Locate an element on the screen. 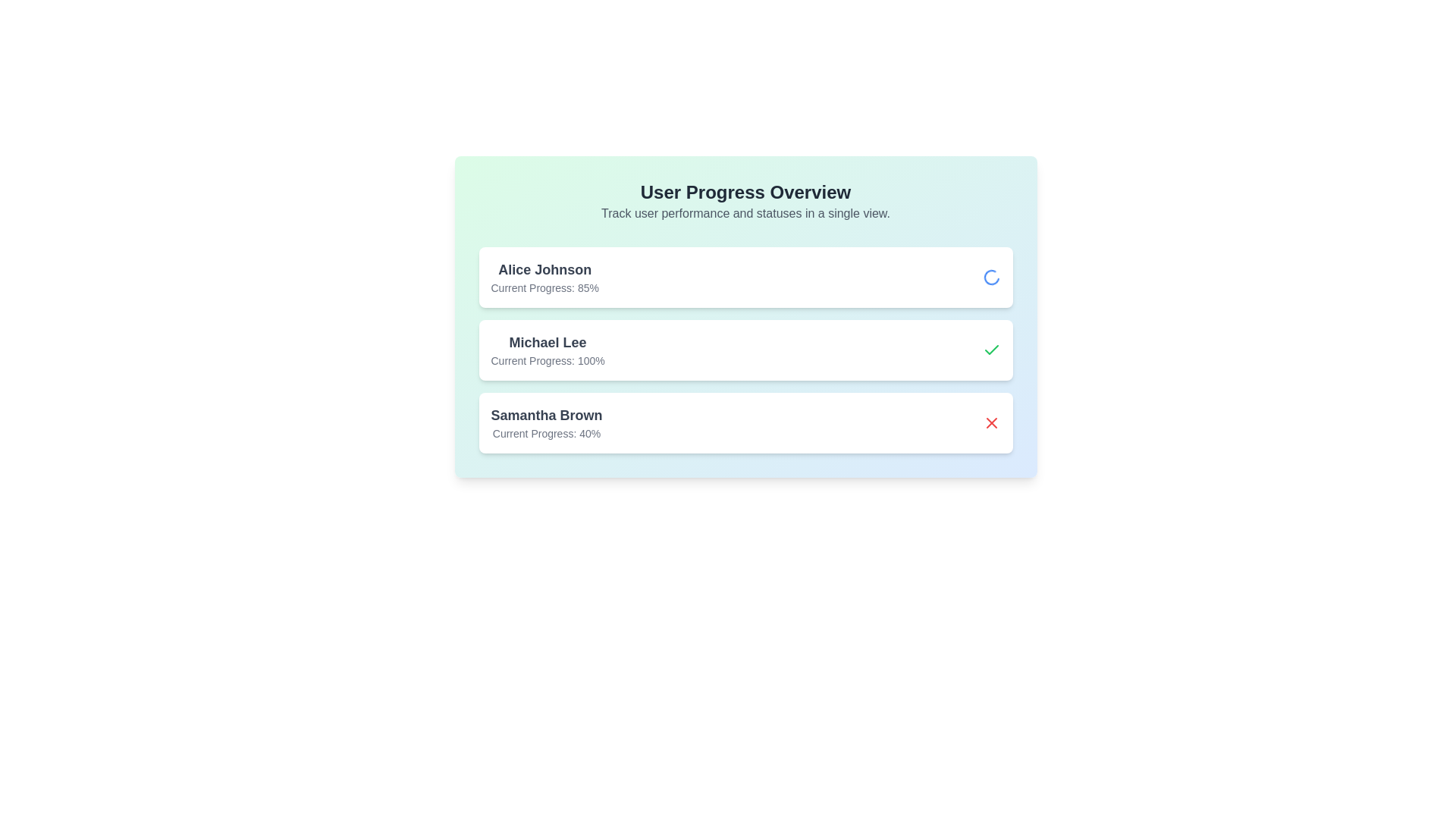 The image size is (1456, 819). descriptive subheading for the page or section located immediately below the title 'User Progress Overview' is located at coordinates (745, 213).